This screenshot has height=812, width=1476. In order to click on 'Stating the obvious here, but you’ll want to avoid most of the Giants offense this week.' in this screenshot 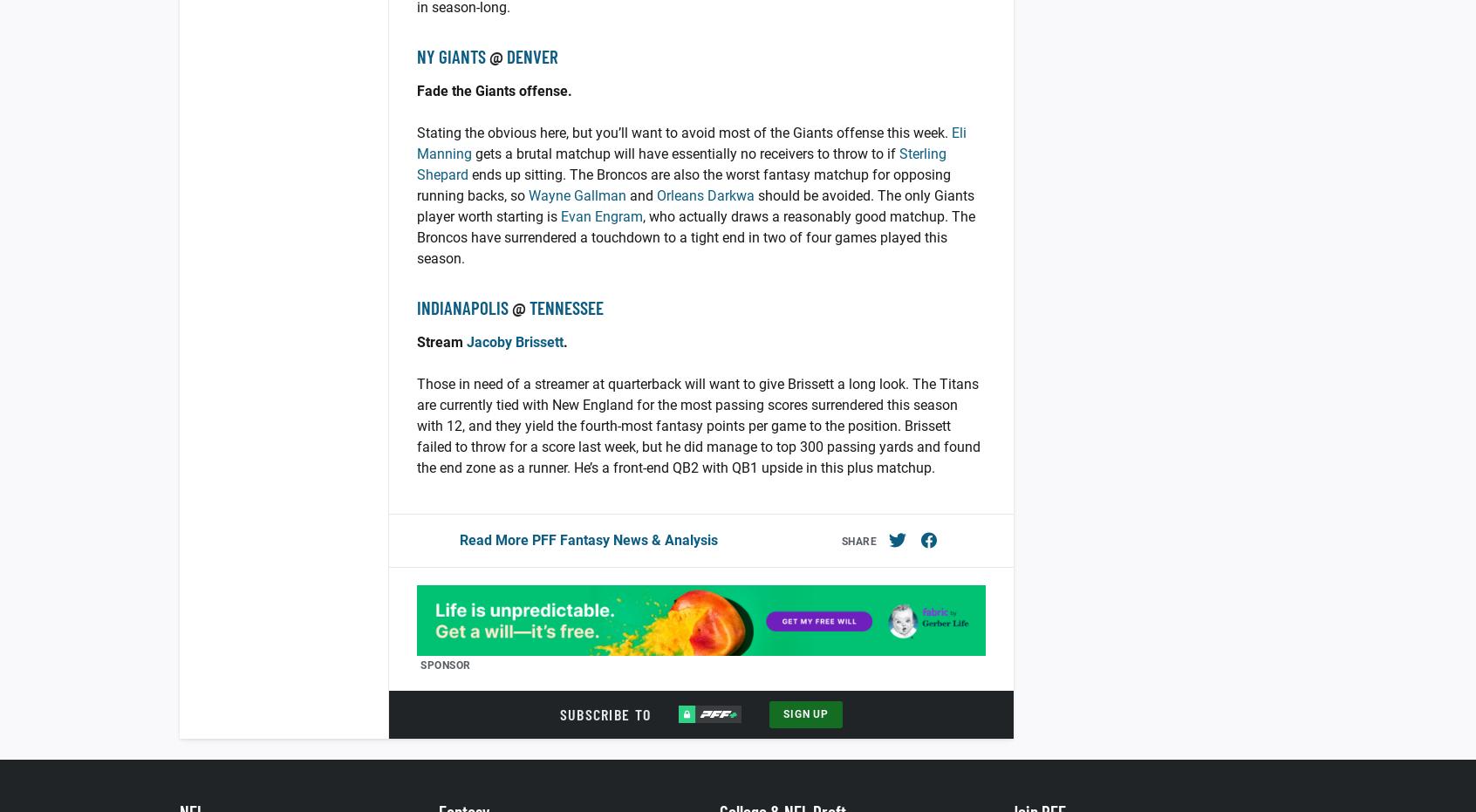, I will do `click(415, 132)`.